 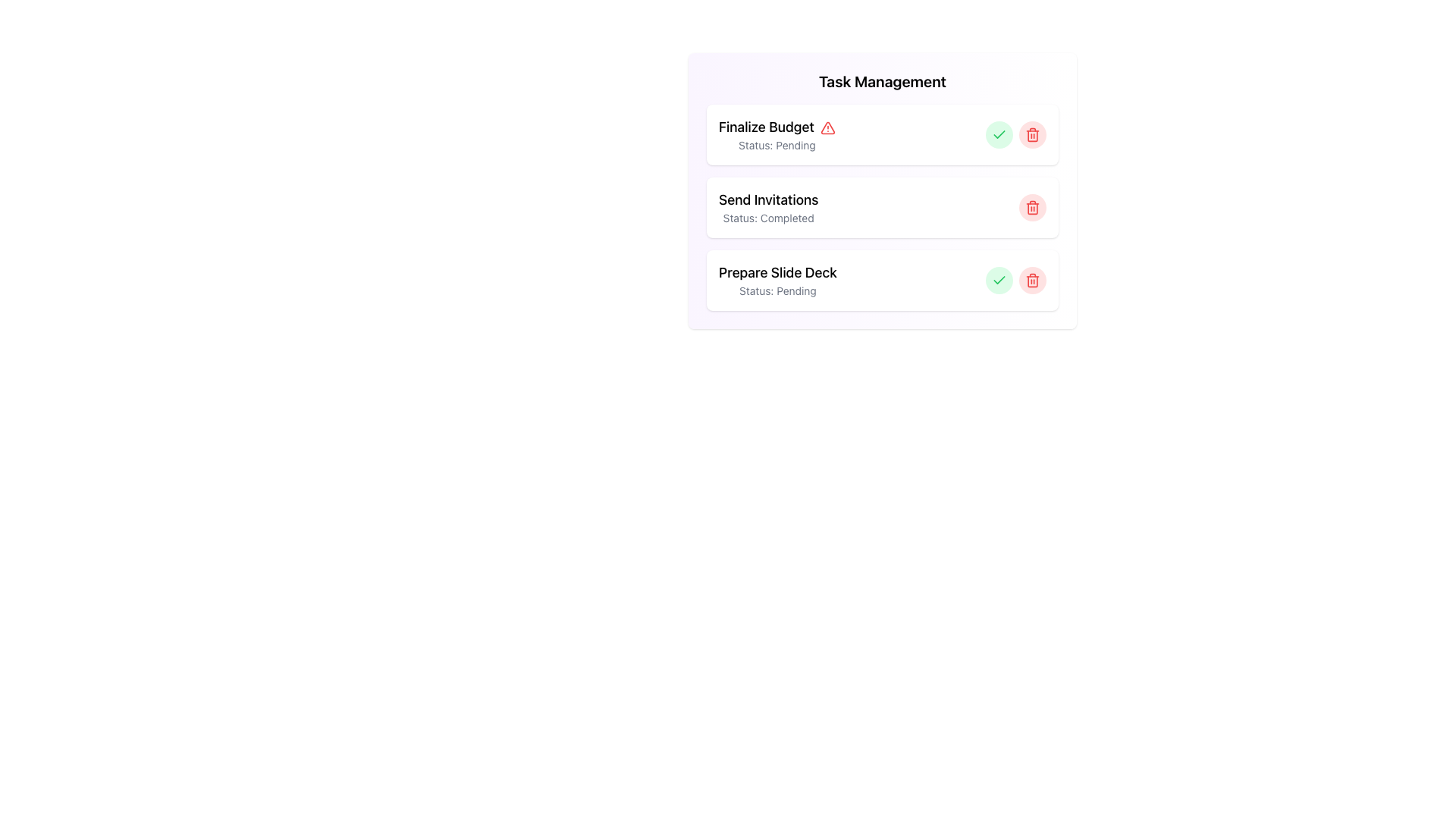 What do you see at coordinates (768, 218) in the screenshot?
I see `the static text label reading 'Status: Completed,' which is located beneath the bold header 'Send Invitations' in the task management interface` at bounding box center [768, 218].